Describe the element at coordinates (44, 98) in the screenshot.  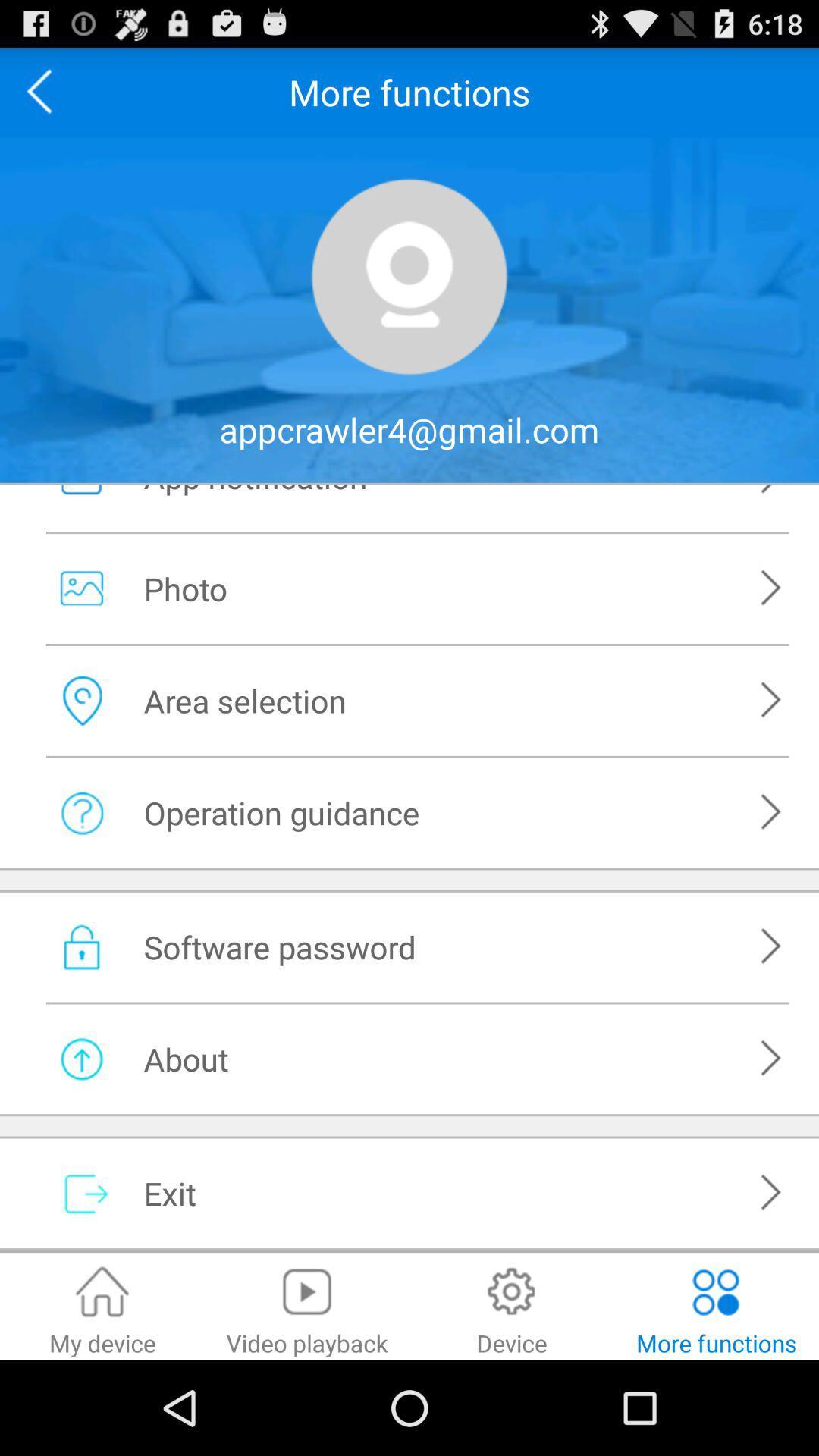
I see `the arrow_backward icon` at that location.